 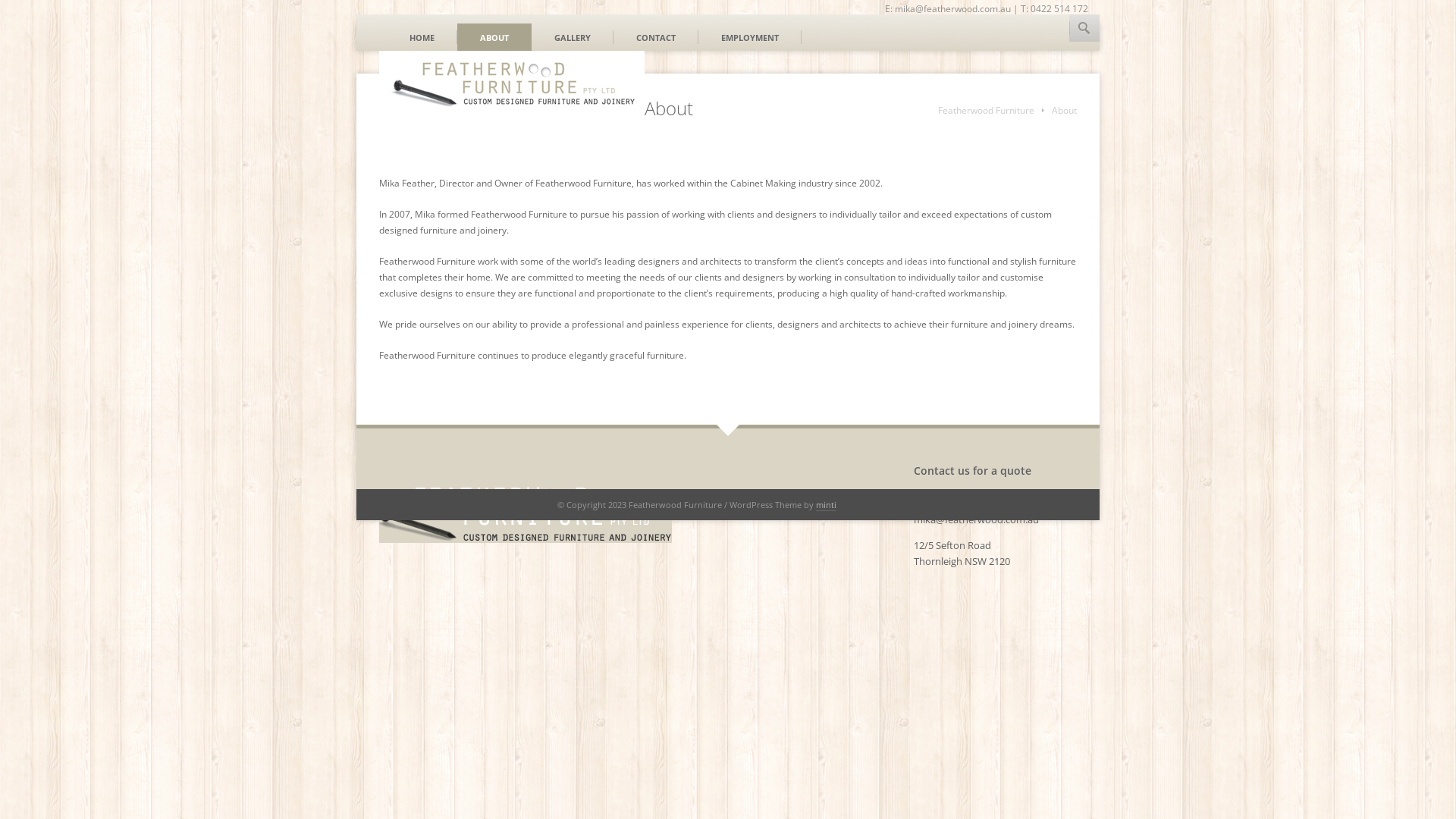 I want to click on 'LINKEDIN', so click(x=1051, y=33).